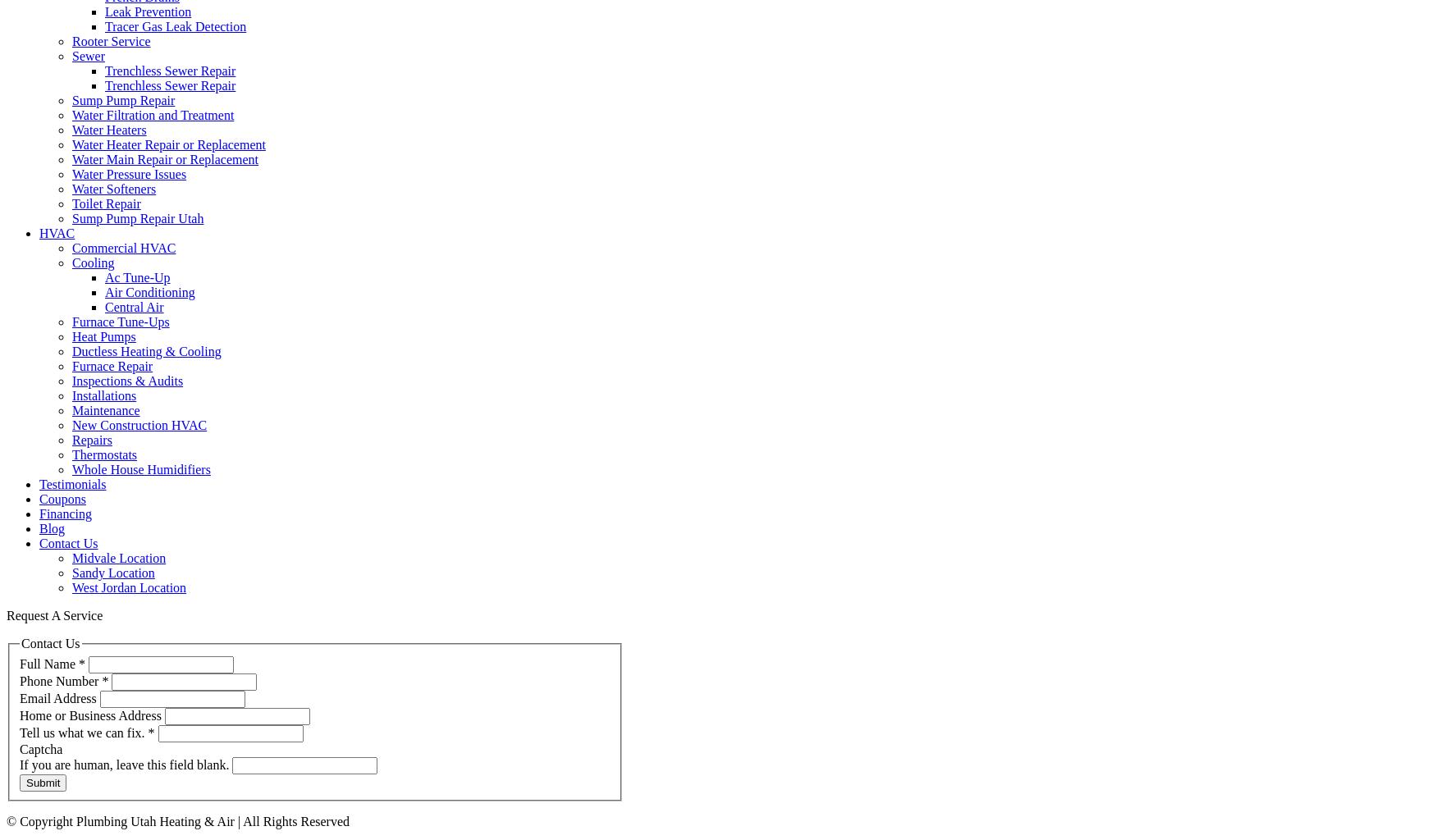  Describe the element at coordinates (129, 587) in the screenshot. I see `'West Jordan Location'` at that location.